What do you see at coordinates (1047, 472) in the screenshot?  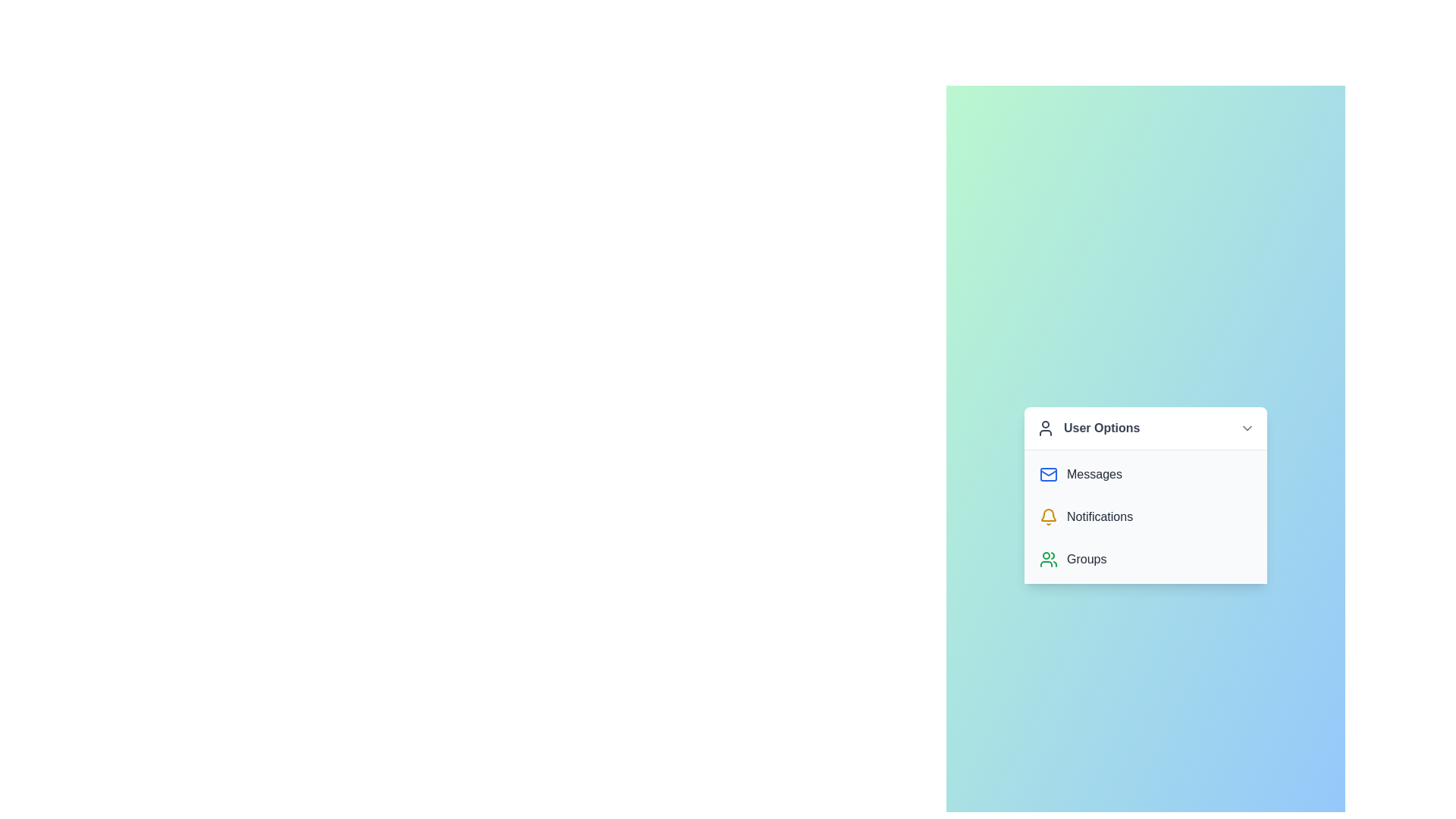 I see `the blue outline-style mail icon located under 'User Options', which is horizontally aligned with the 'Messages' label` at bounding box center [1047, 472].